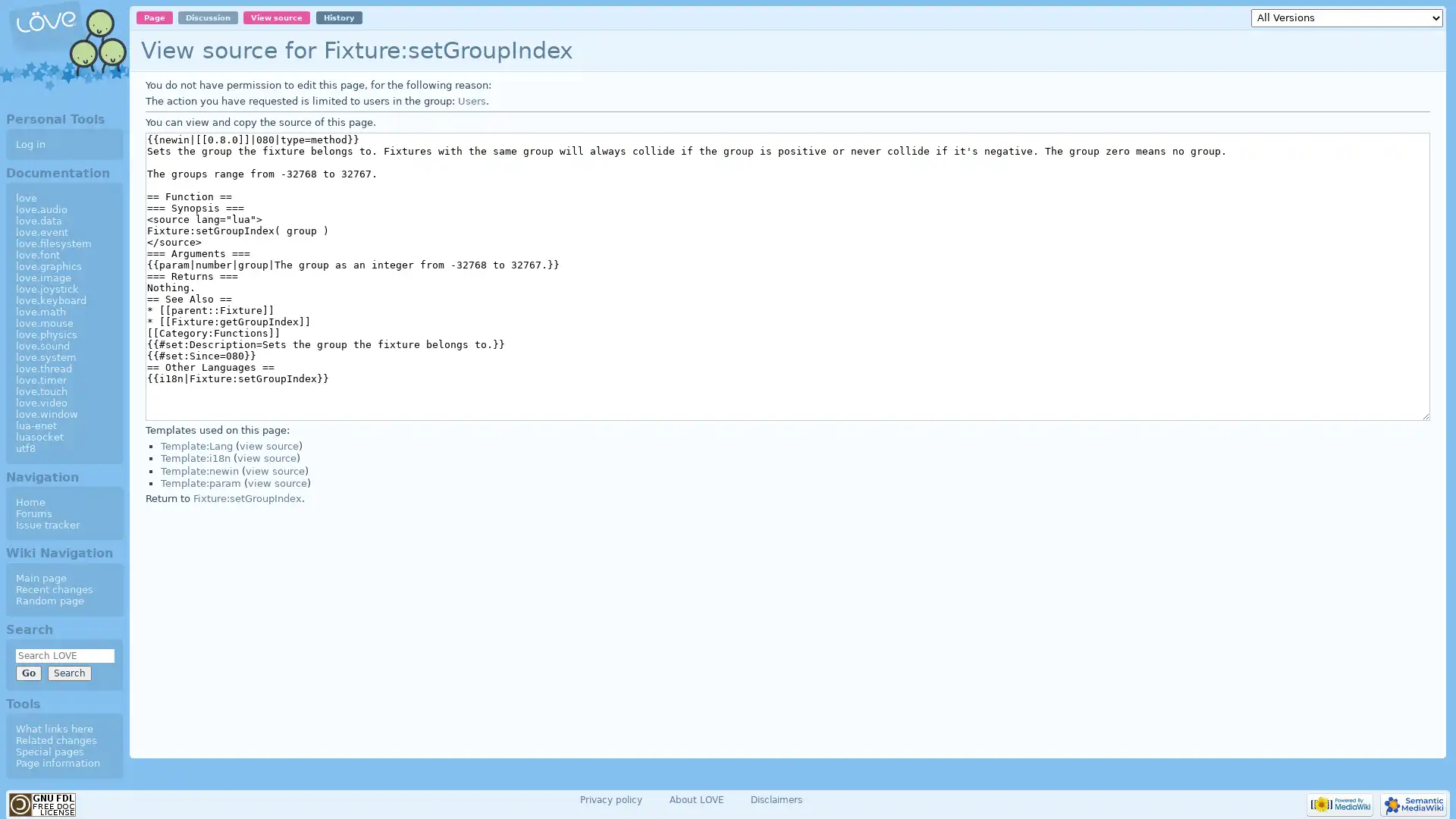 This screenshot has width=1456, height=819. I want to click on Go, so click(28, 672).